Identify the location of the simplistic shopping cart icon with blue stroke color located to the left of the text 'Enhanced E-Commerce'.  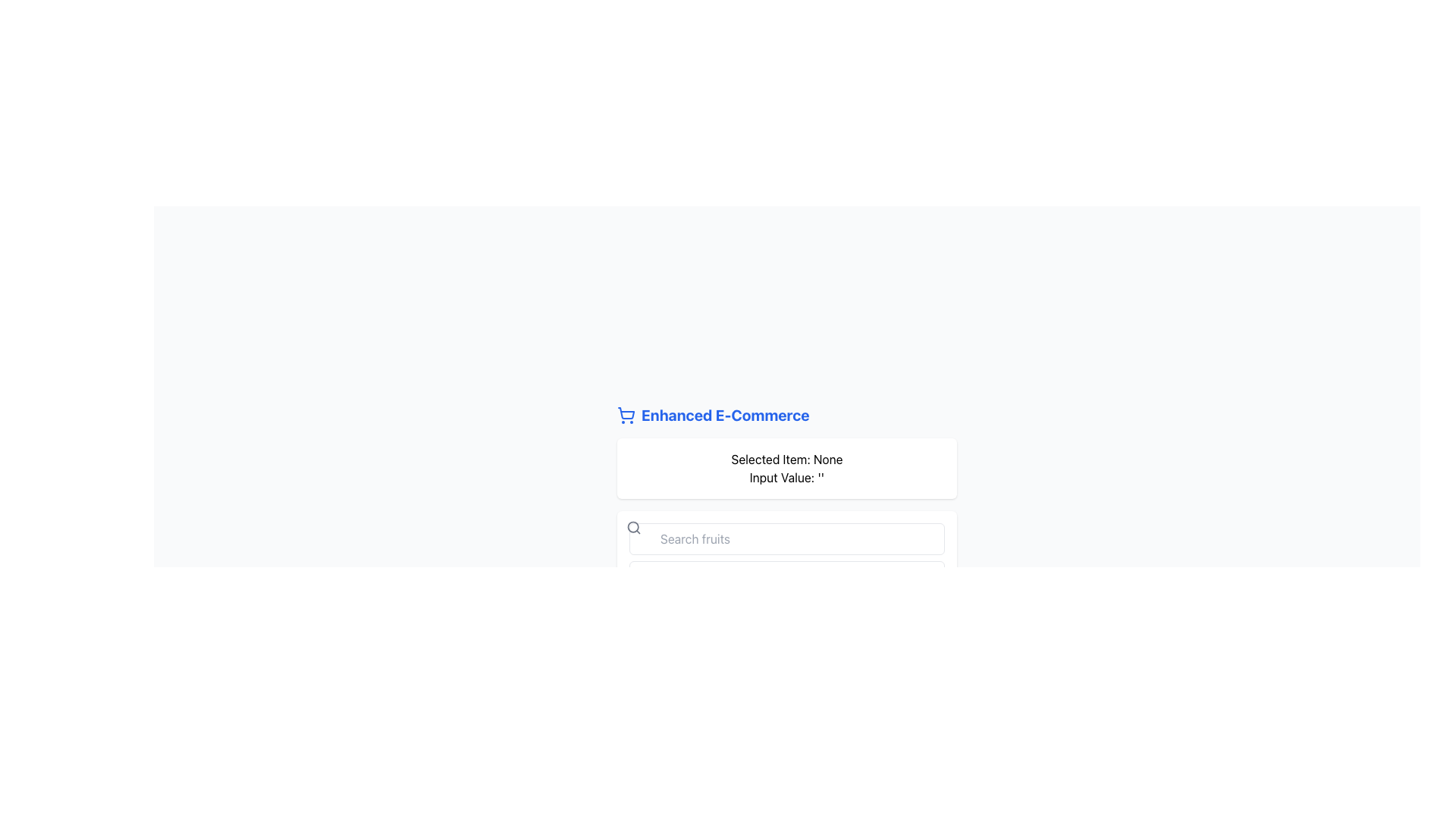
(626, 415).